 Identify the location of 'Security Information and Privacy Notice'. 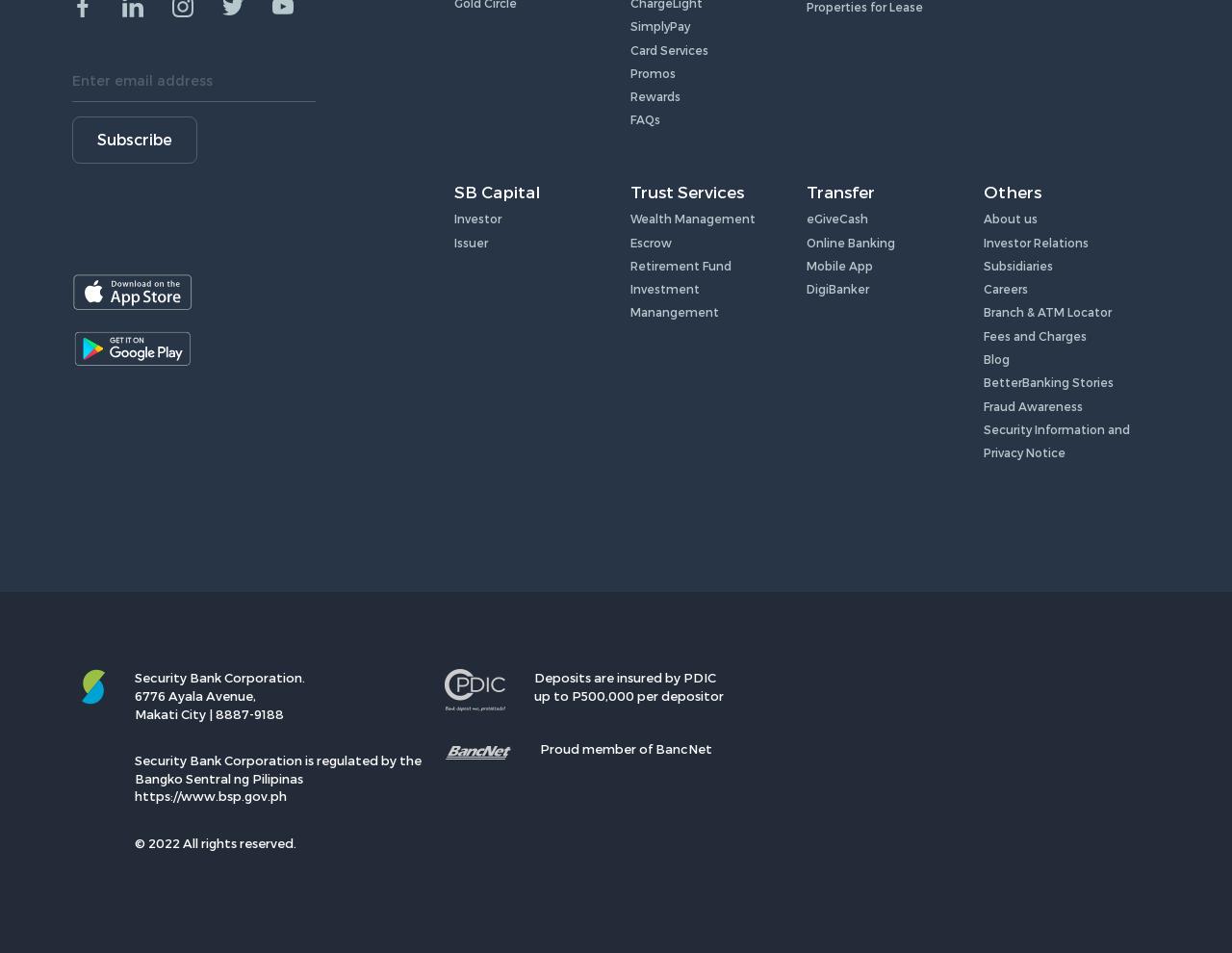
(1054, 440).